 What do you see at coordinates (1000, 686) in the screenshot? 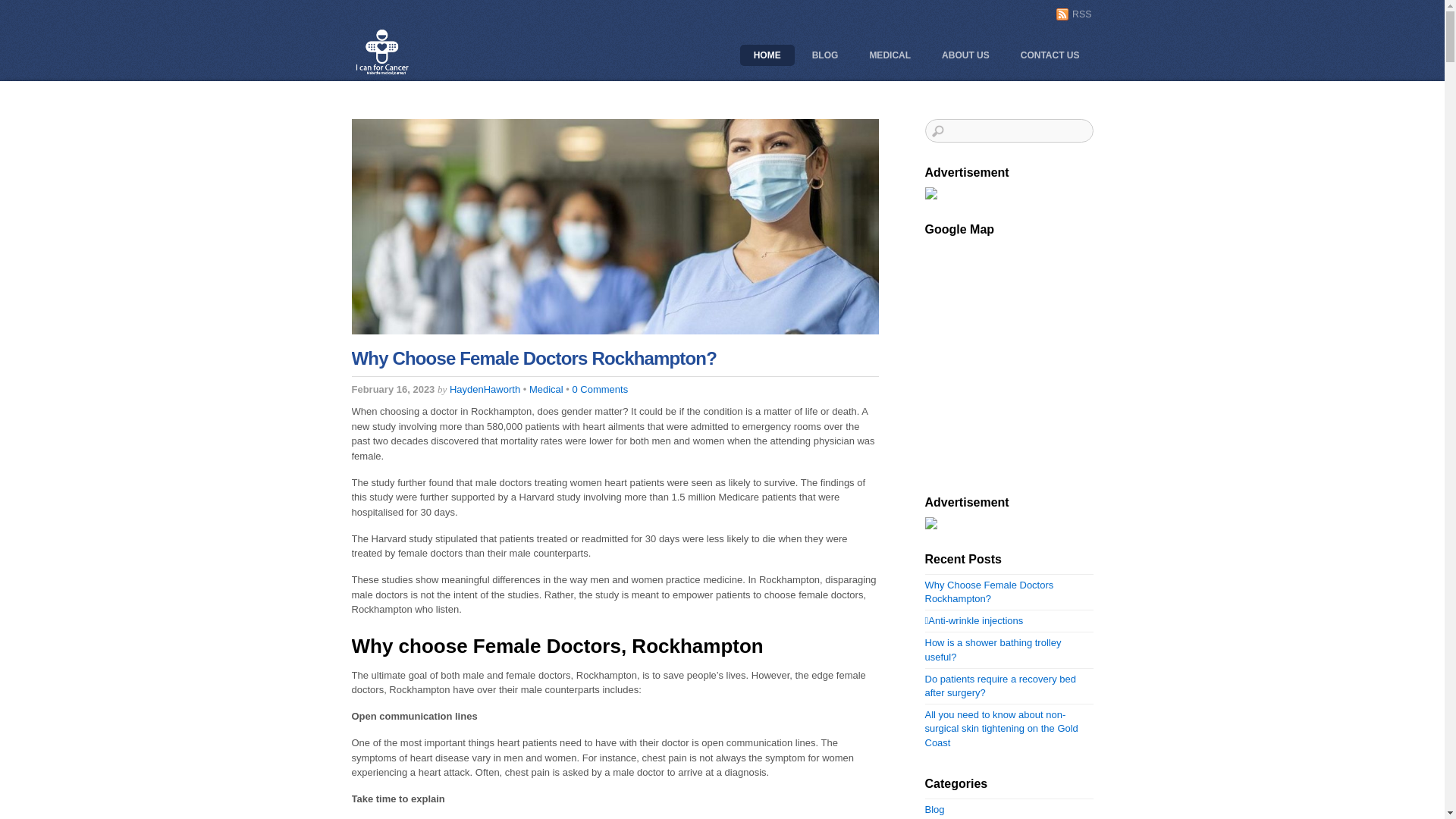
I see `'Do patients require a recovery bed after surgery?'` at bounding box center [1000, 686].